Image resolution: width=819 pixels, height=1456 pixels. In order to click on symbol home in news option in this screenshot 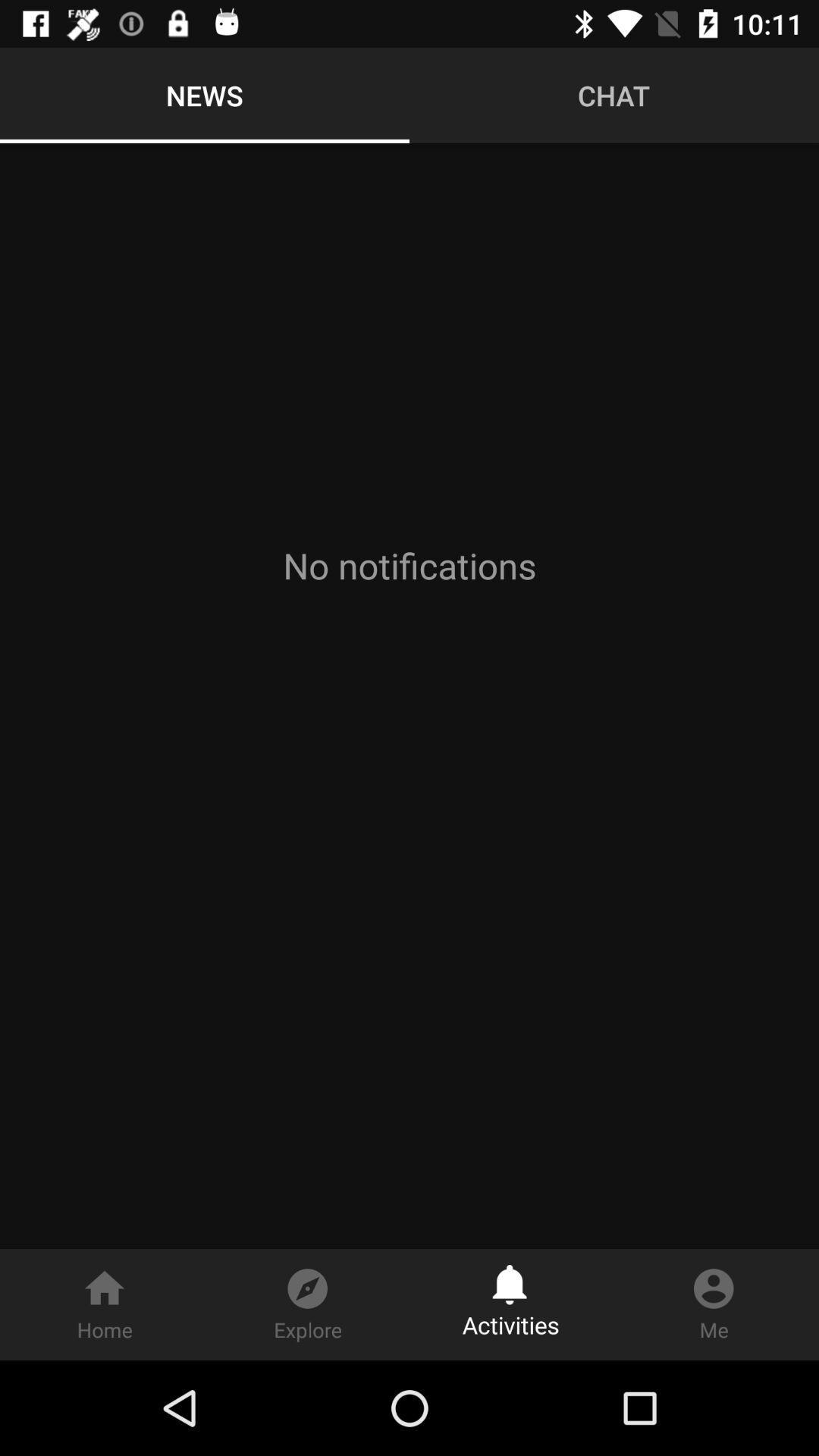, I will do `click(104, 1304)`.